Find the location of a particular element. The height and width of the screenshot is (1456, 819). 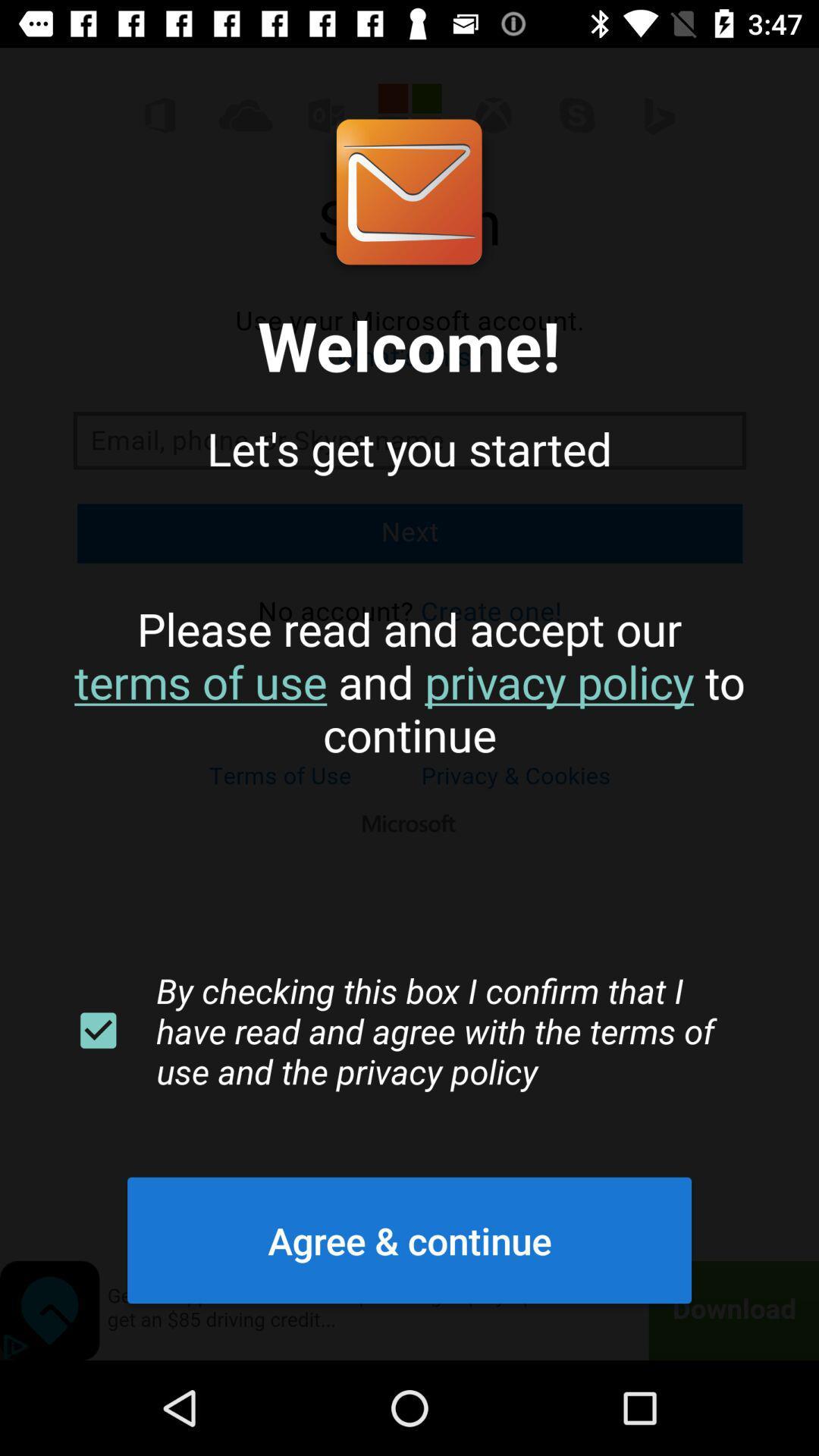

the agree & continue item is located at coordinates (409, 1240).